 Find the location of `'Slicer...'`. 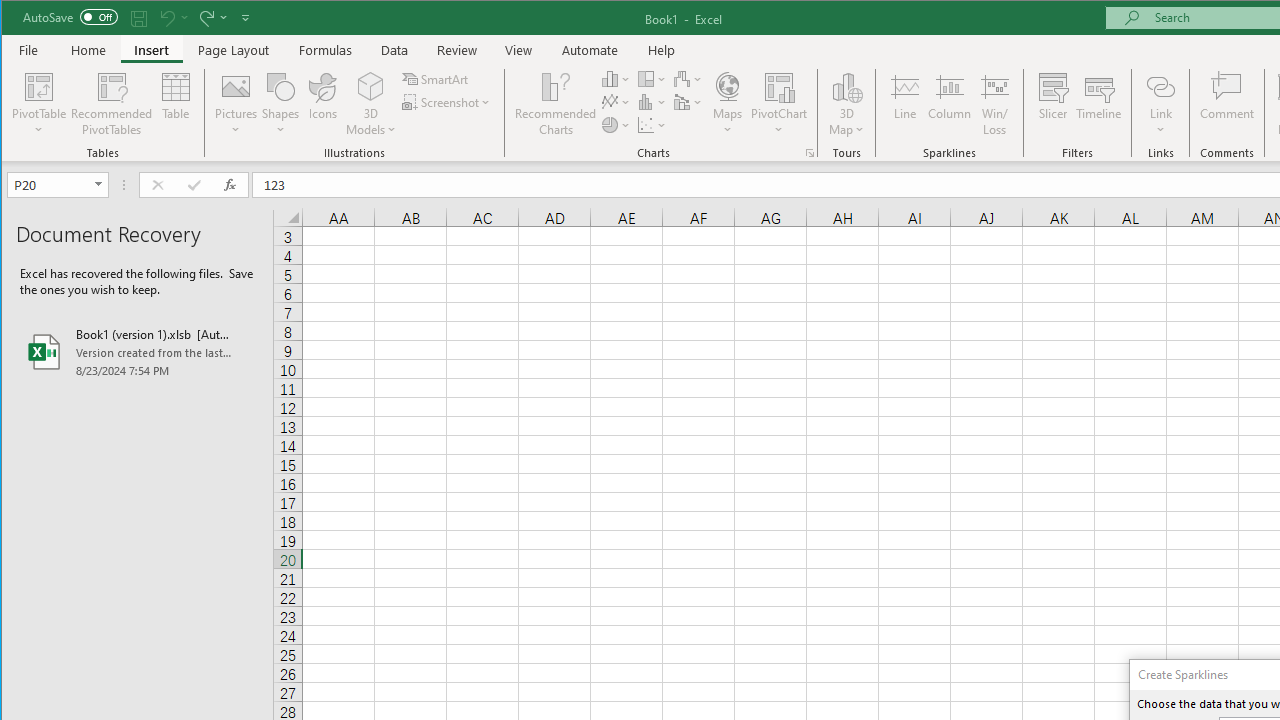

'Slicer...' is located at coordinates (1051, 104).